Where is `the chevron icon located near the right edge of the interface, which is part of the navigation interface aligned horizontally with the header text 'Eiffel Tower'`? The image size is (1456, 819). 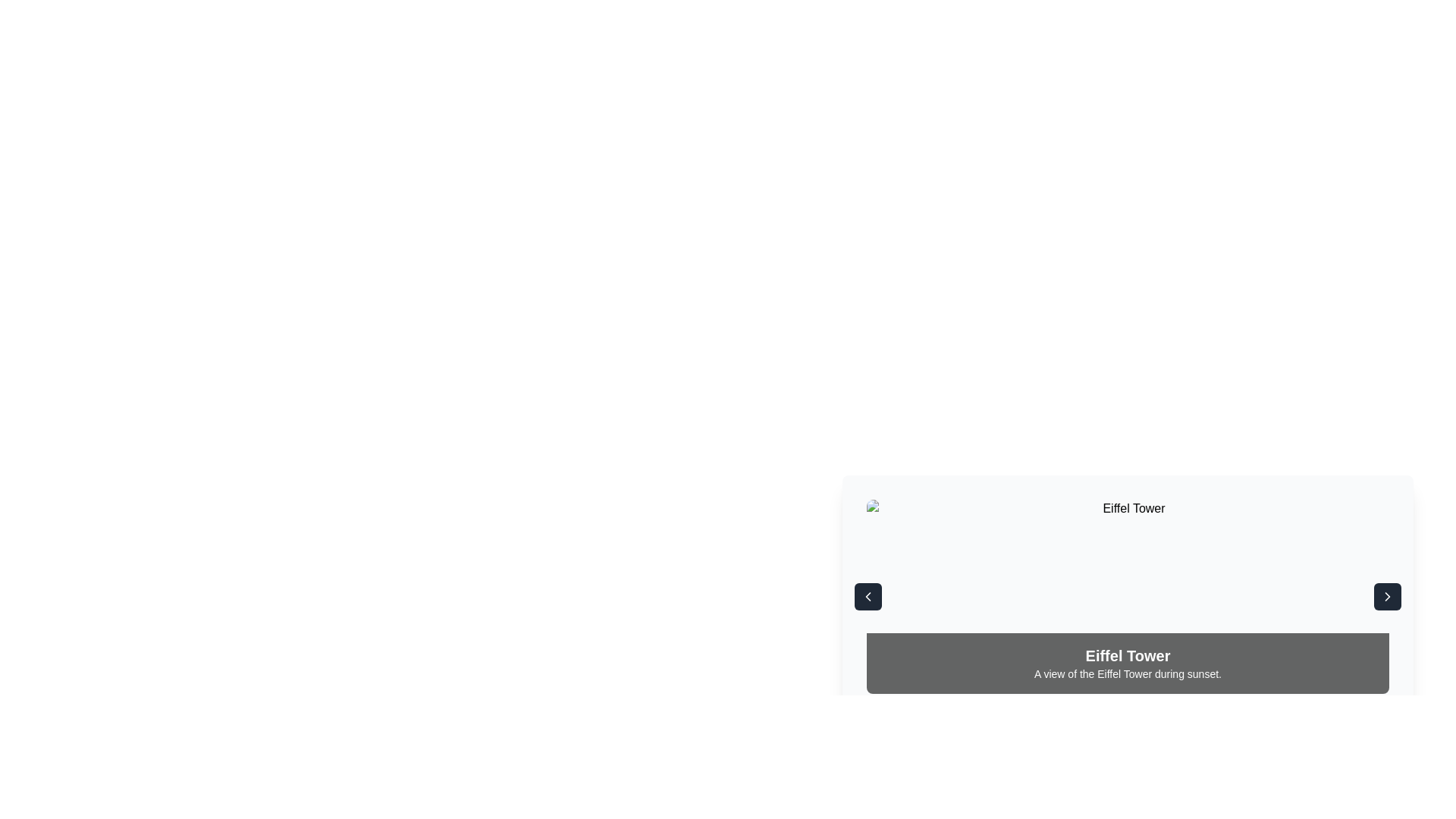
the chevron icon located near the right edge of the interface, which is part of the navigation interface aligned horizontally with the header text 'Eiffel Tower' is located at coordinates (1387, 595).